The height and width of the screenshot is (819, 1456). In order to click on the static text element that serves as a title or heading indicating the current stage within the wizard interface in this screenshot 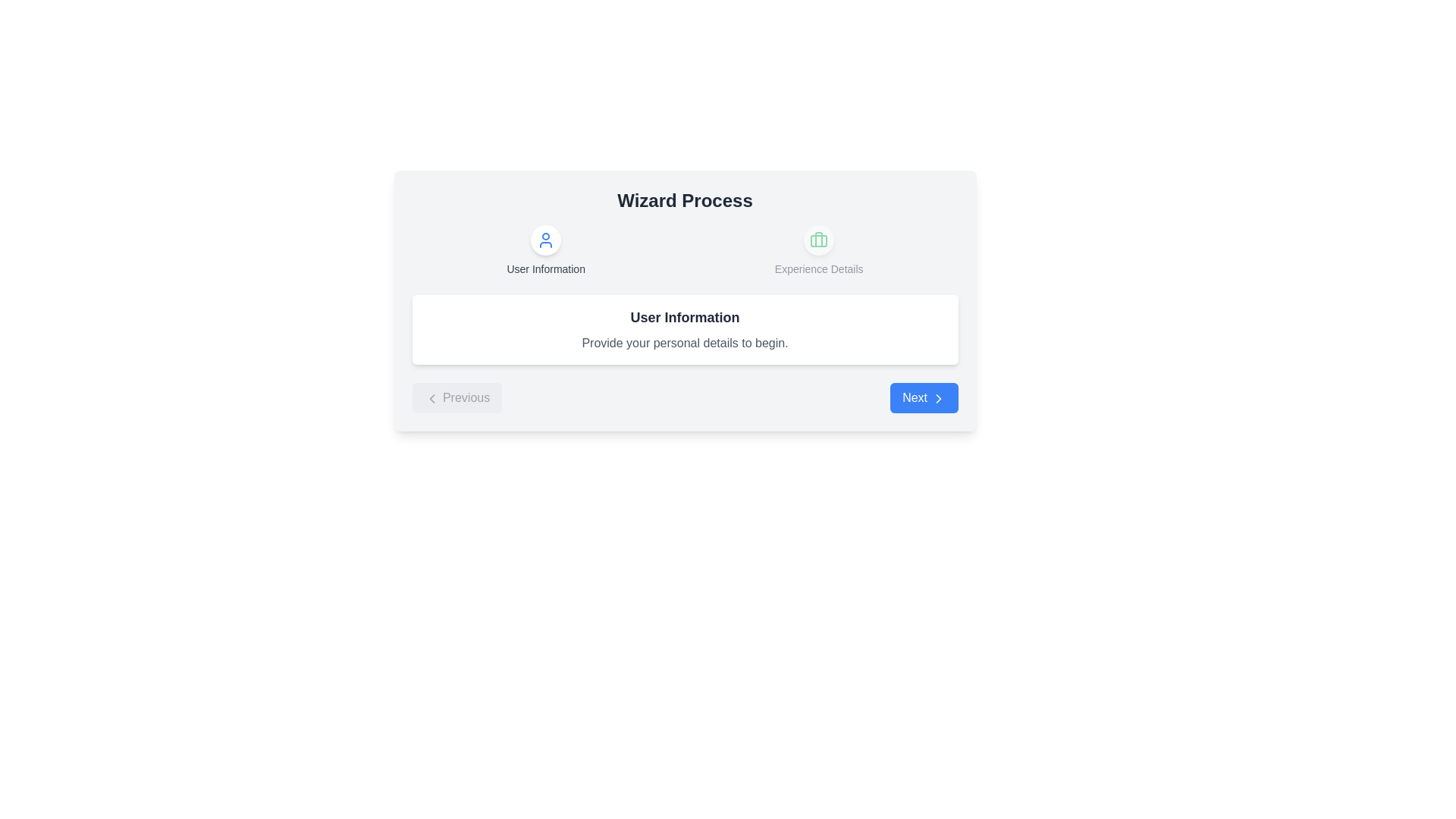, I will do `click(684, 200)`.